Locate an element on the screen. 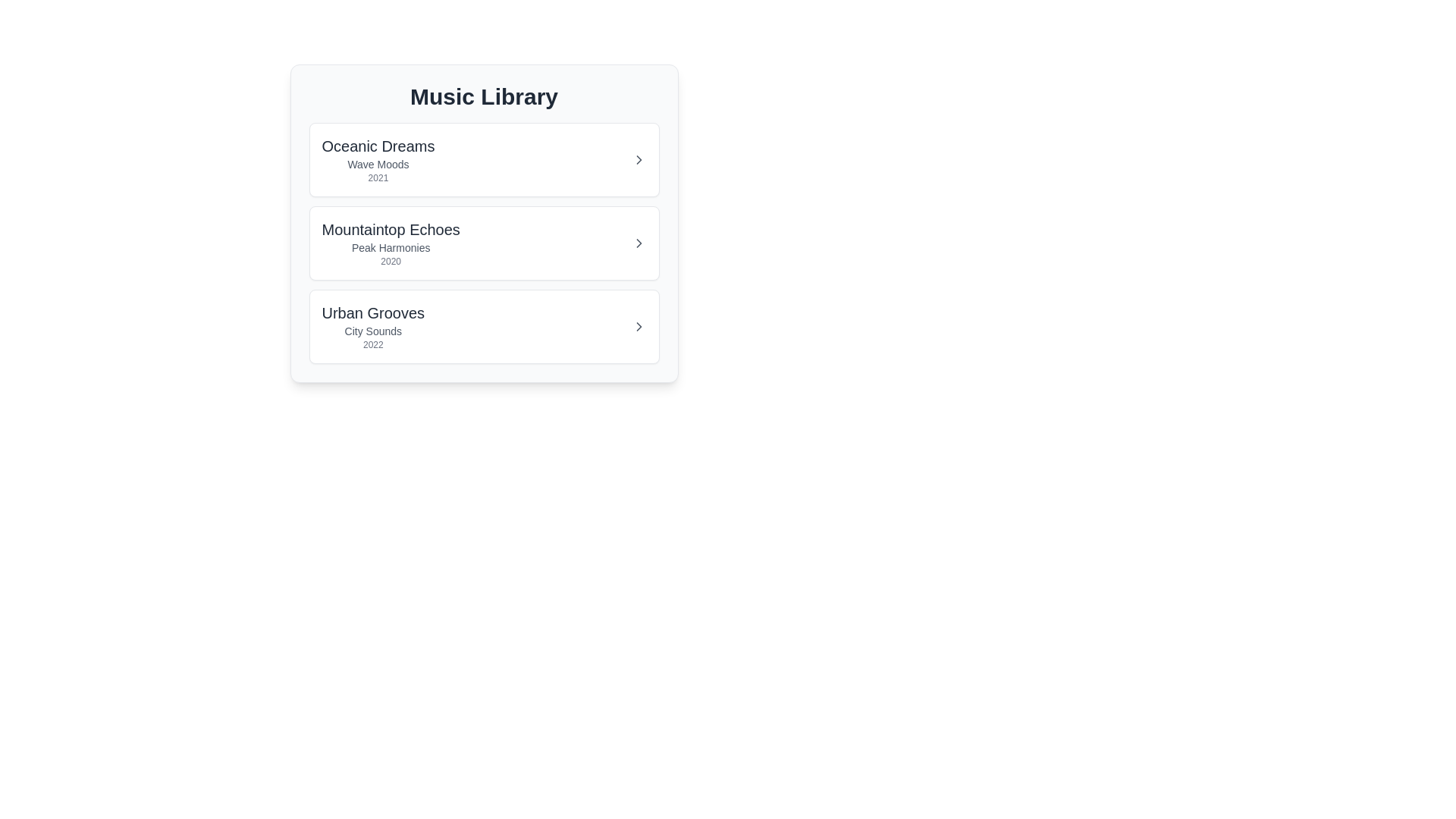 The height and width of the screenshot is (819, 1456). expand button for the album item with the name Mountaintop Echoes is located at coordinates (639, 242).